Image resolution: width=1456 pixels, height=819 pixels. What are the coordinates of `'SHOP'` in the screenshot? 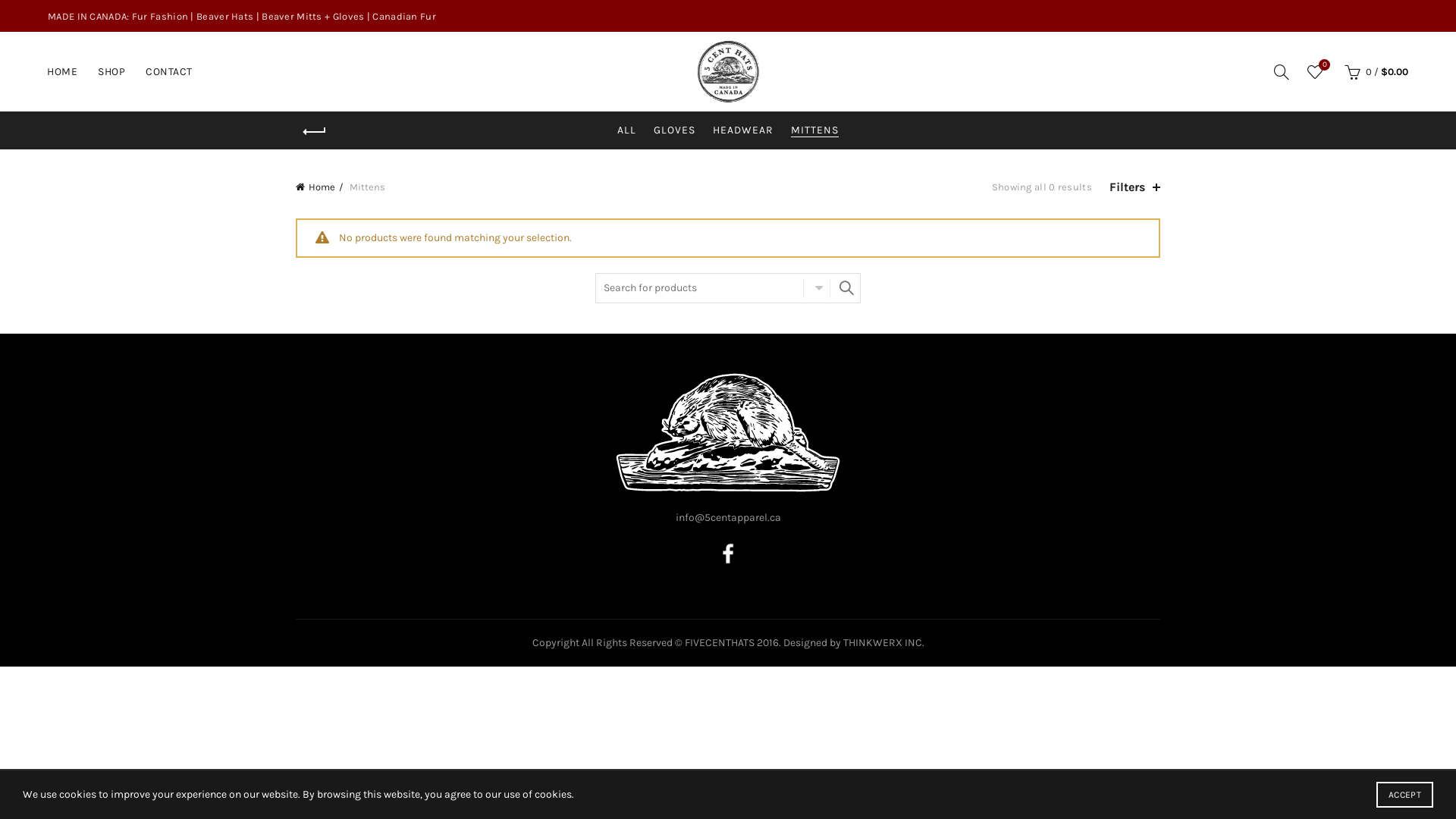 It's located at (111, 71).